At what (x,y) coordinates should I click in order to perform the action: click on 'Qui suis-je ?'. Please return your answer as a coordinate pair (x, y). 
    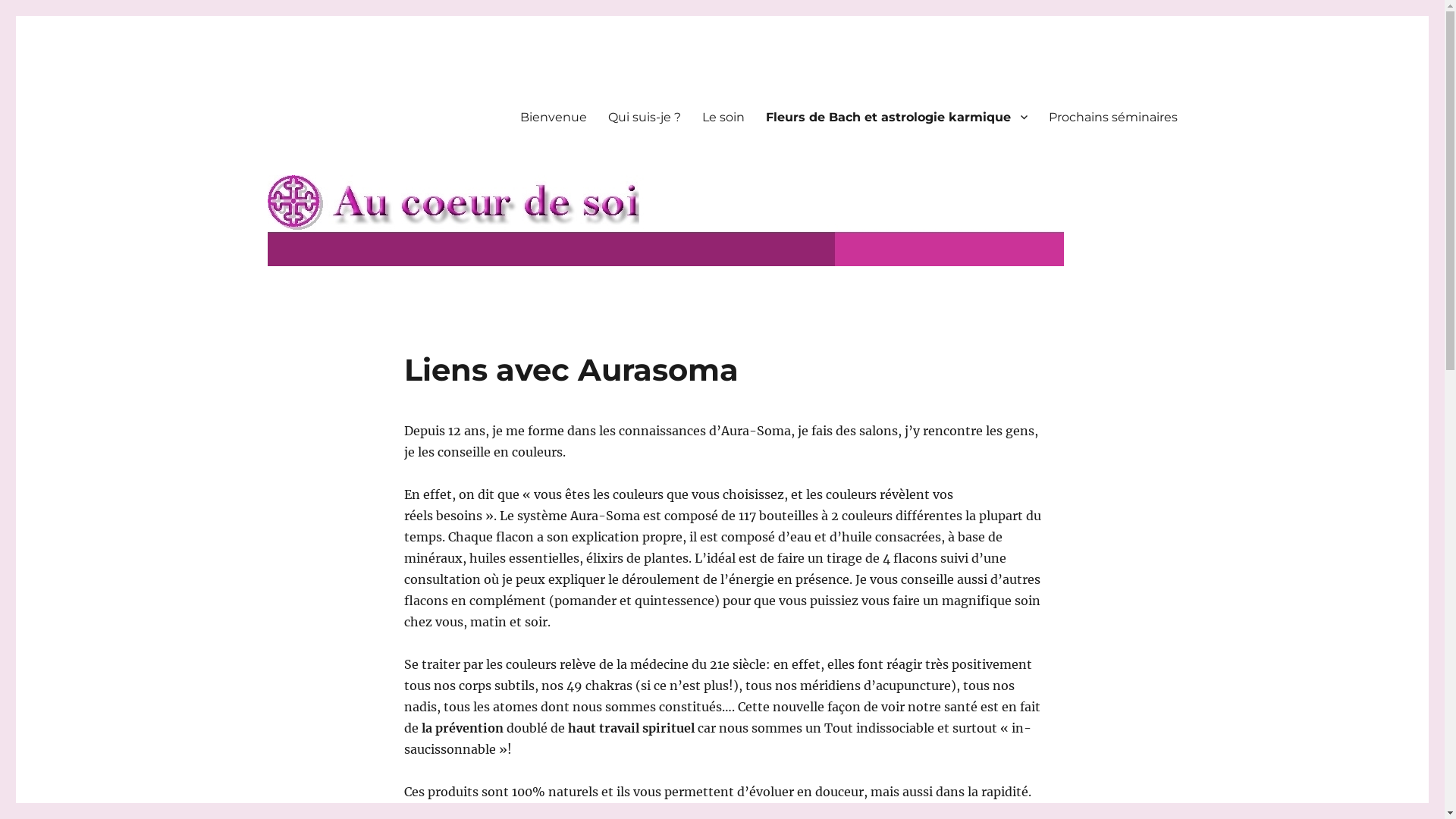
    Looking at the image, I should click on (596, 116).